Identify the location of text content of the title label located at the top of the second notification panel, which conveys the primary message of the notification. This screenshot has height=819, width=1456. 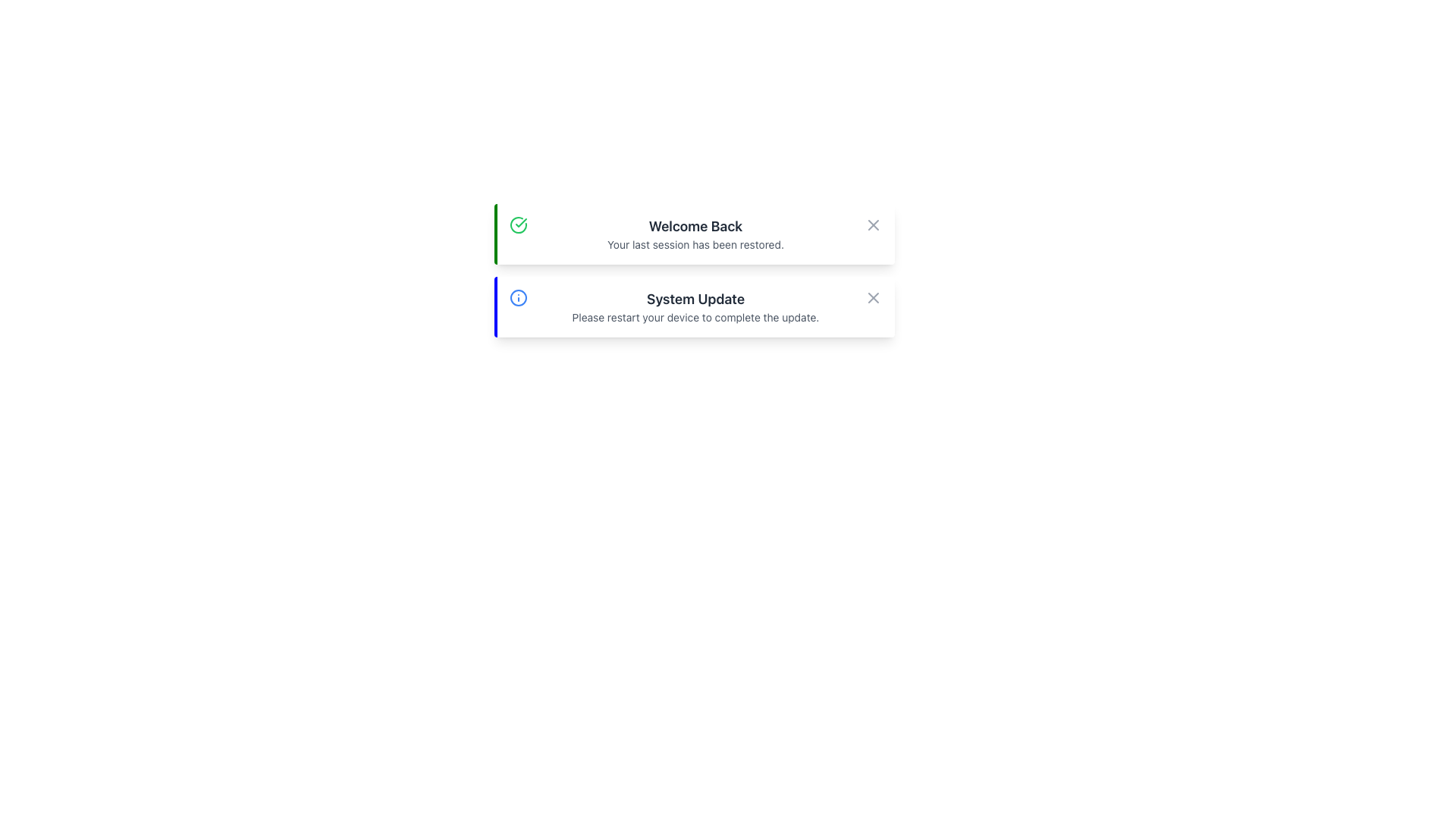
(695, 299).